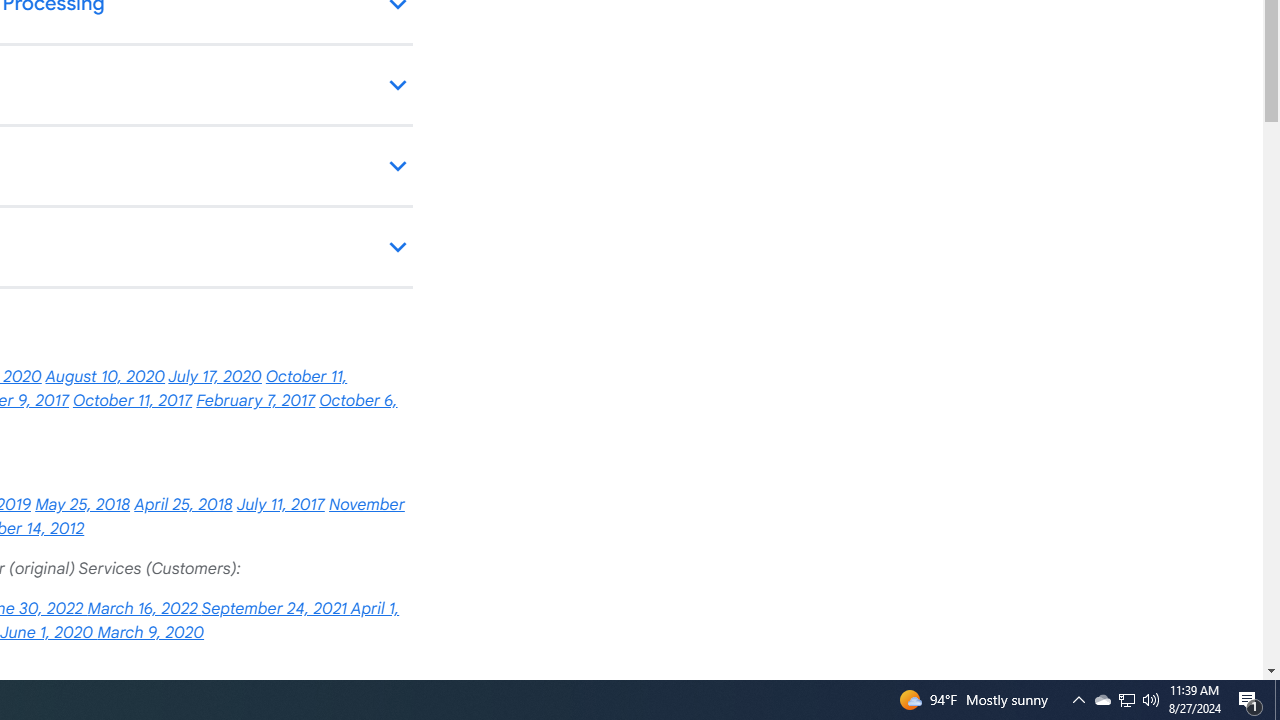 This screenshot has height=720, width=1280. Describe the element at coordinates (215, 377) in the screenshot. I see `'July 17, 2020'` at that location.